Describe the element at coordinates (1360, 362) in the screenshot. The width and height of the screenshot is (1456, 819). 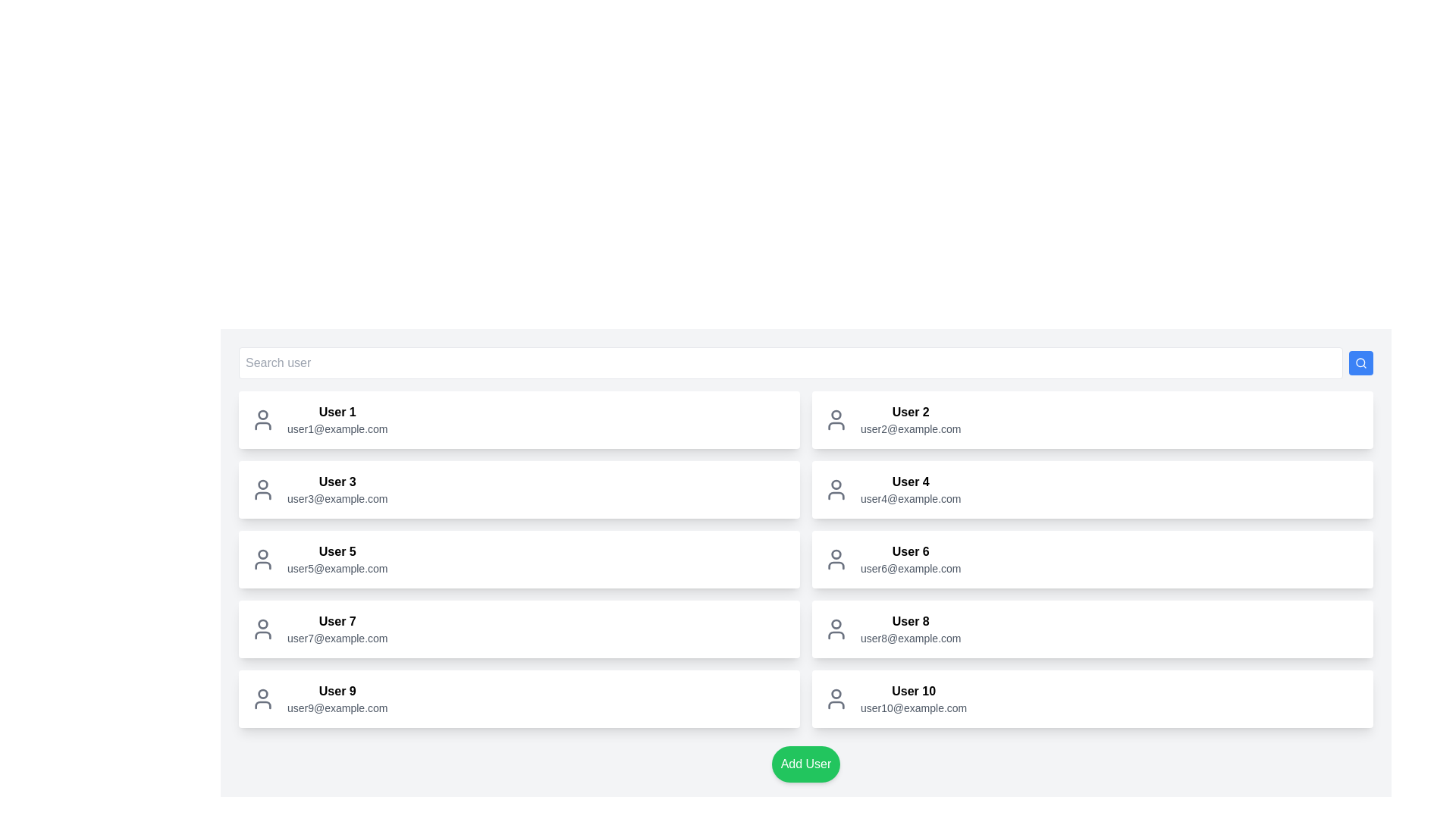
I see `the circular part of the magnifying glass icon located at the top-right corner of the search field` at that location.